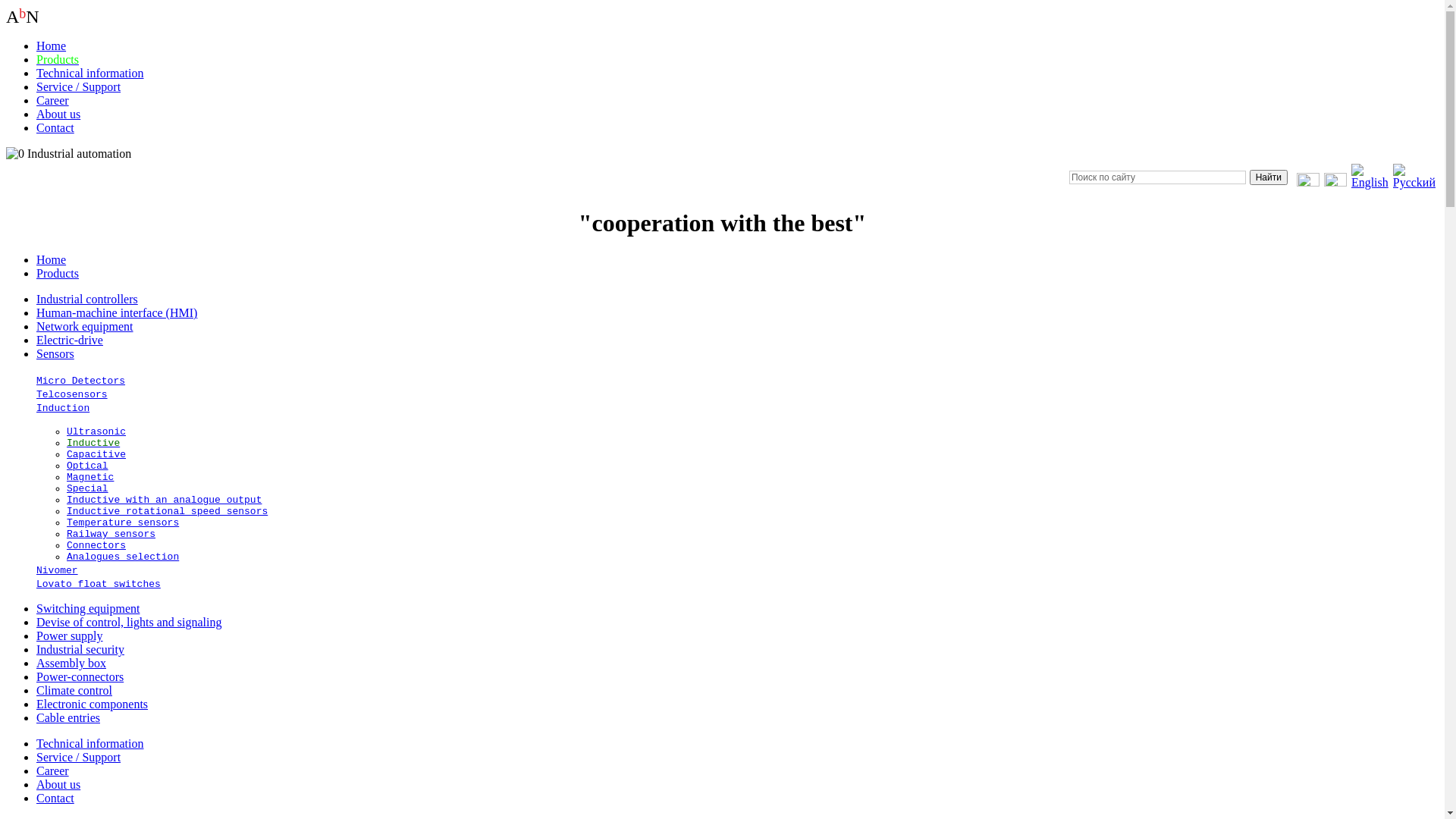  Describe the element at coordinates (167, 511) in the screenshot. I see `'Inductive rotational speed sensors'` at that location.